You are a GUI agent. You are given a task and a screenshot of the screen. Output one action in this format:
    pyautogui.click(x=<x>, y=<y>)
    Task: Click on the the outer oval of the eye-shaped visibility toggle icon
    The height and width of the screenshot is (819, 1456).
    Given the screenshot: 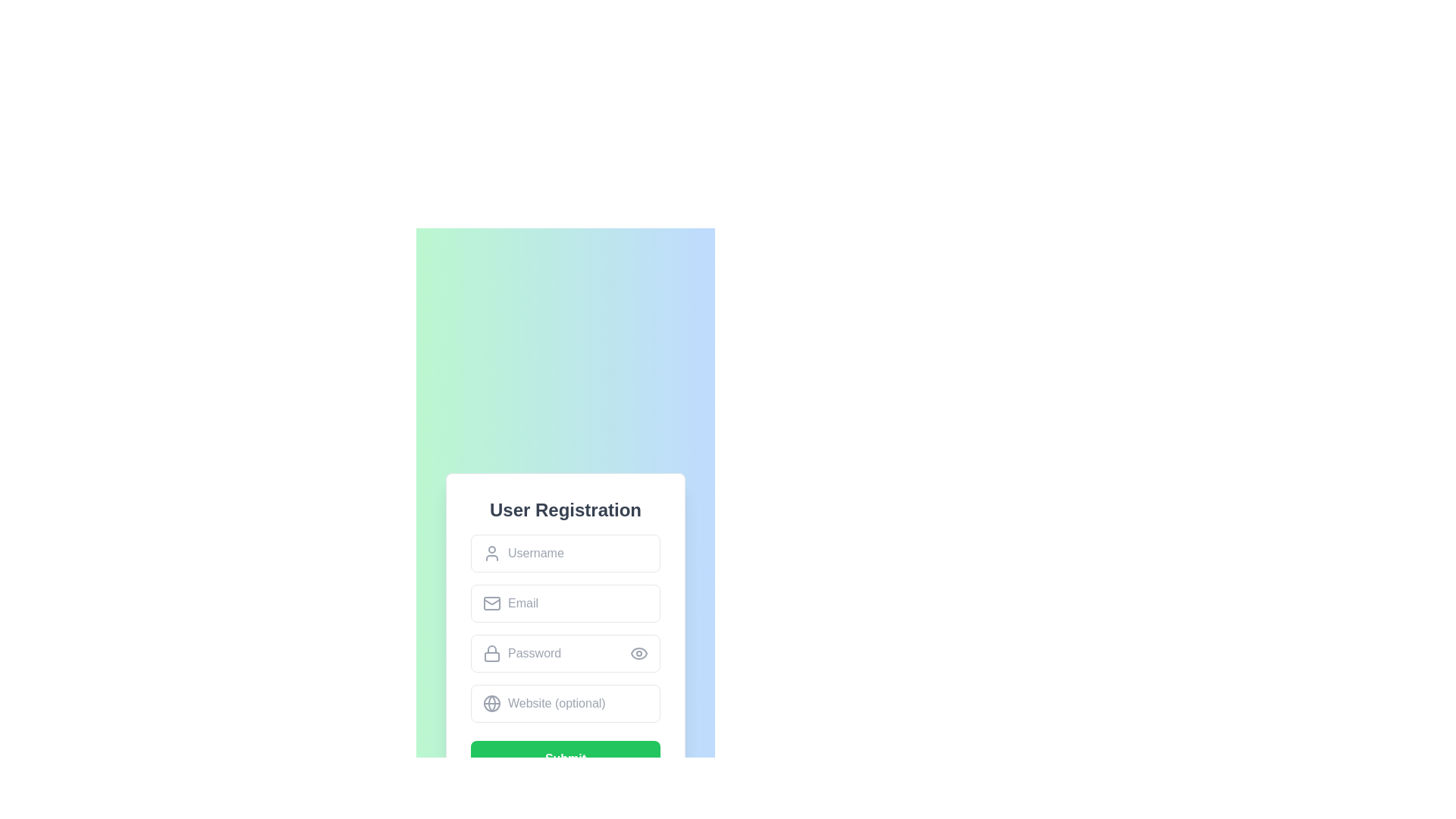 What is the action you would take?
    pyautogui.click(x=639, y=652)
    